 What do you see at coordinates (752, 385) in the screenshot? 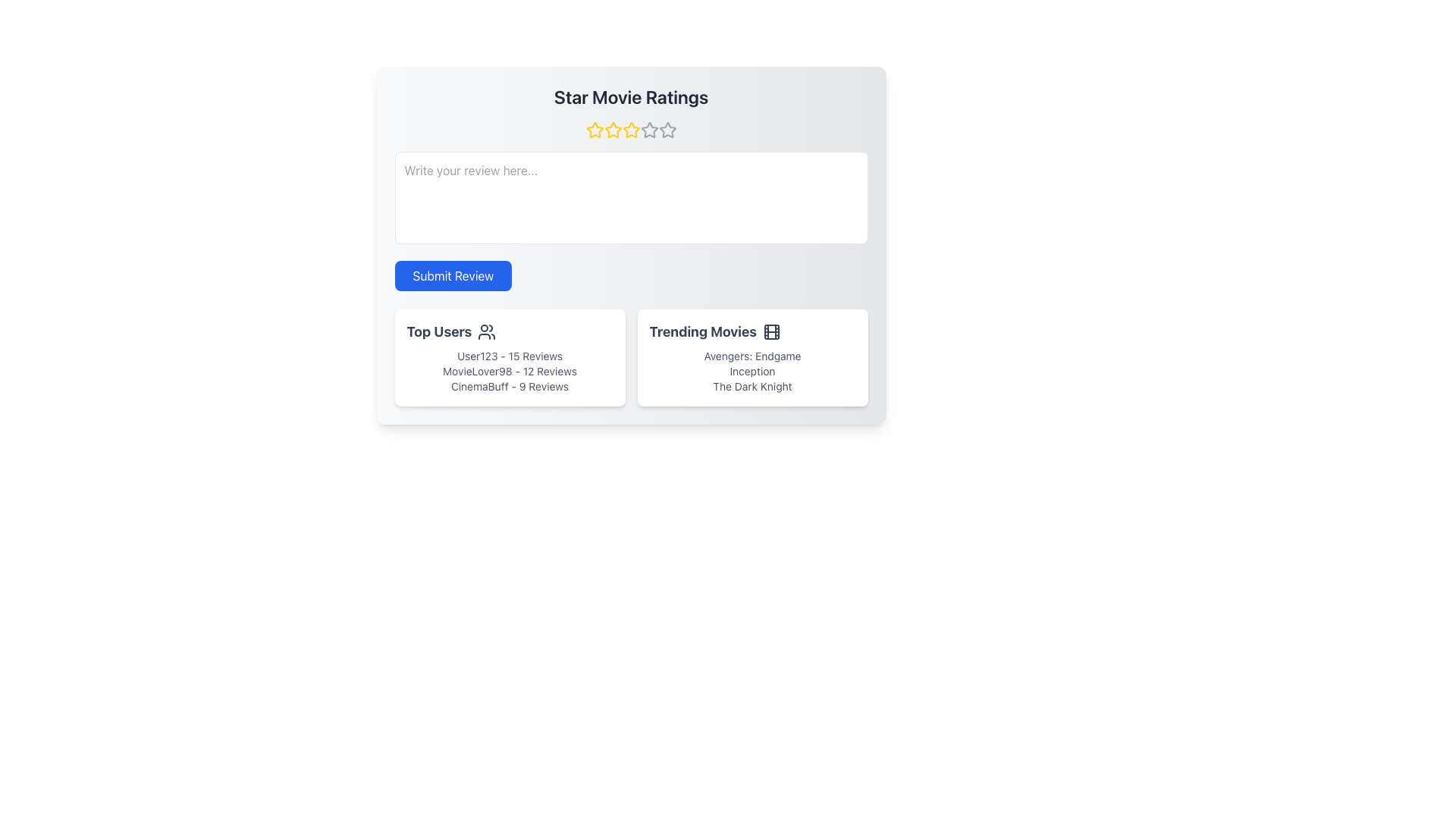
I see `the static text element displaying 'The Dark Knight' in gray font, located in the 'Trending Movies' section as the last entry in the list` at bounding box center [752, 385].